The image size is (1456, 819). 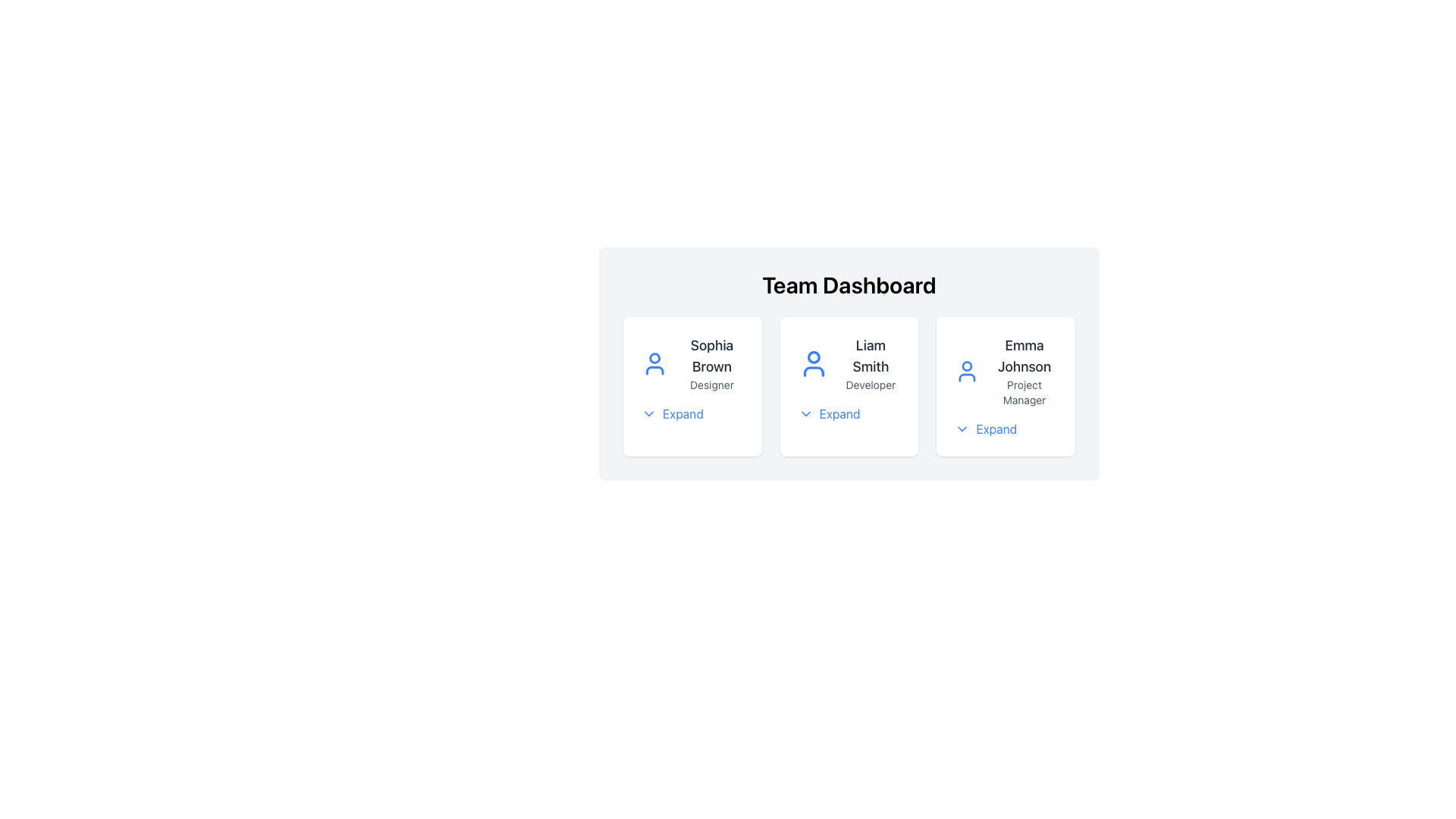 What do you see at coordinates (682, 414) in the screenshot?
I see `the text label indicator for the 'Sophia Brown' profile located in the lower-left corner of the first card under 'Team Dashboard'` at bounding box center [682, 414].